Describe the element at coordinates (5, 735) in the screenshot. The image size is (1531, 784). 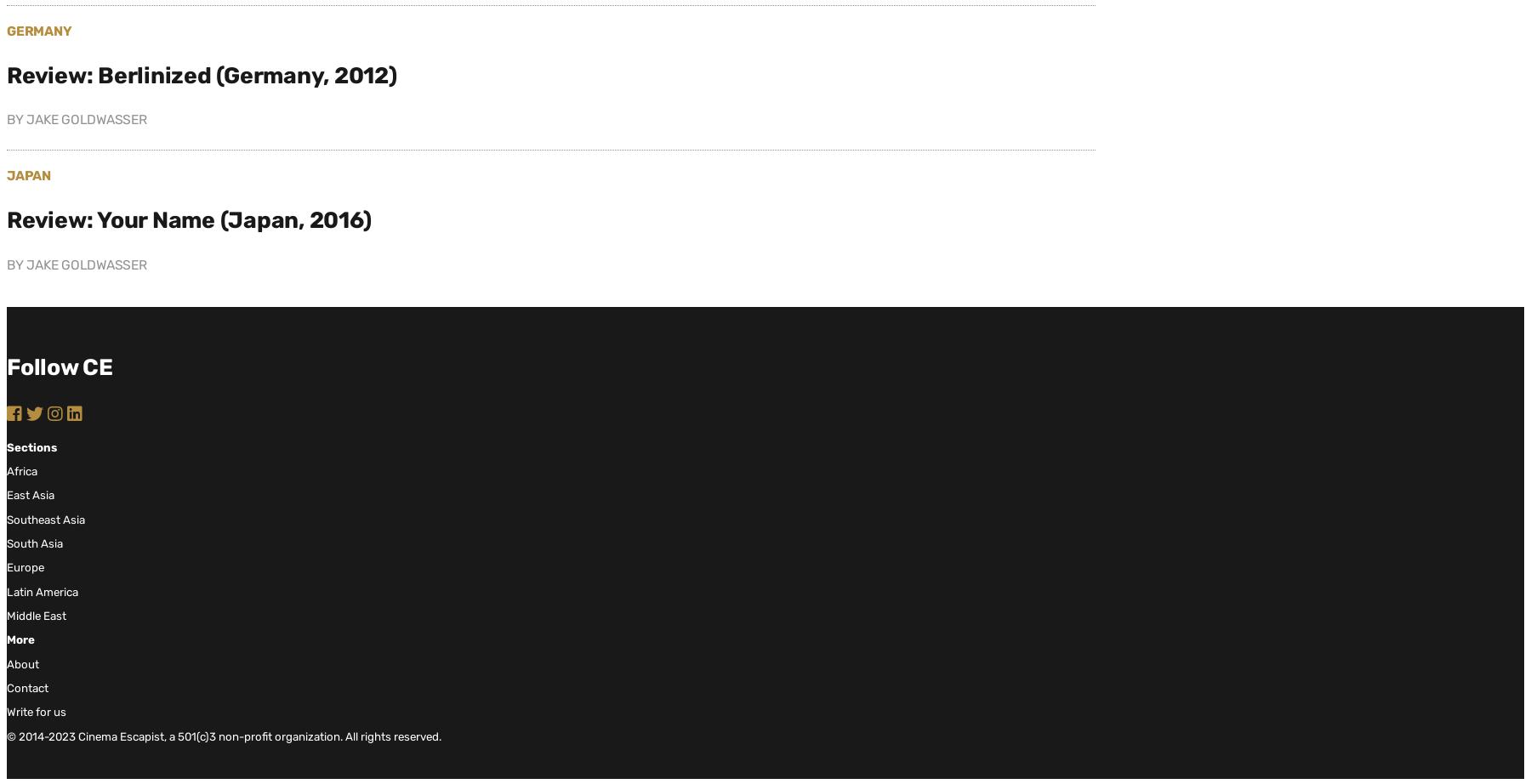
I see `'© 2014-2023 Cinema Escapist, a 501(c)3 non-profit organization. All rights reserved.'` at that location.